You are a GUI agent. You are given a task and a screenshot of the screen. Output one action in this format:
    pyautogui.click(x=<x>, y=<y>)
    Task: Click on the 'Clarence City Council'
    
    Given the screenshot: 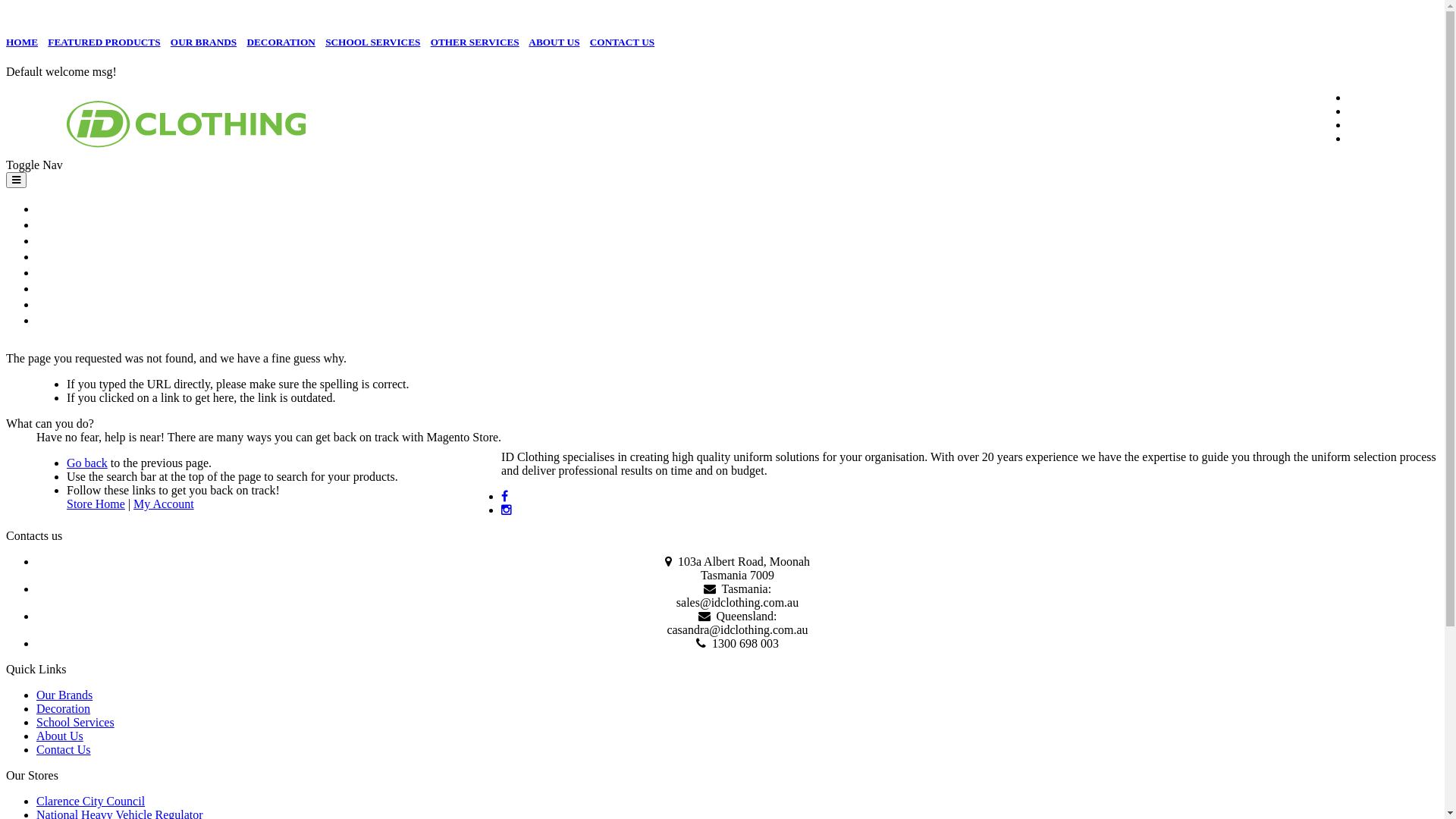 What is the action you would take?
    pyautogui.click(x=89, y=800)
    